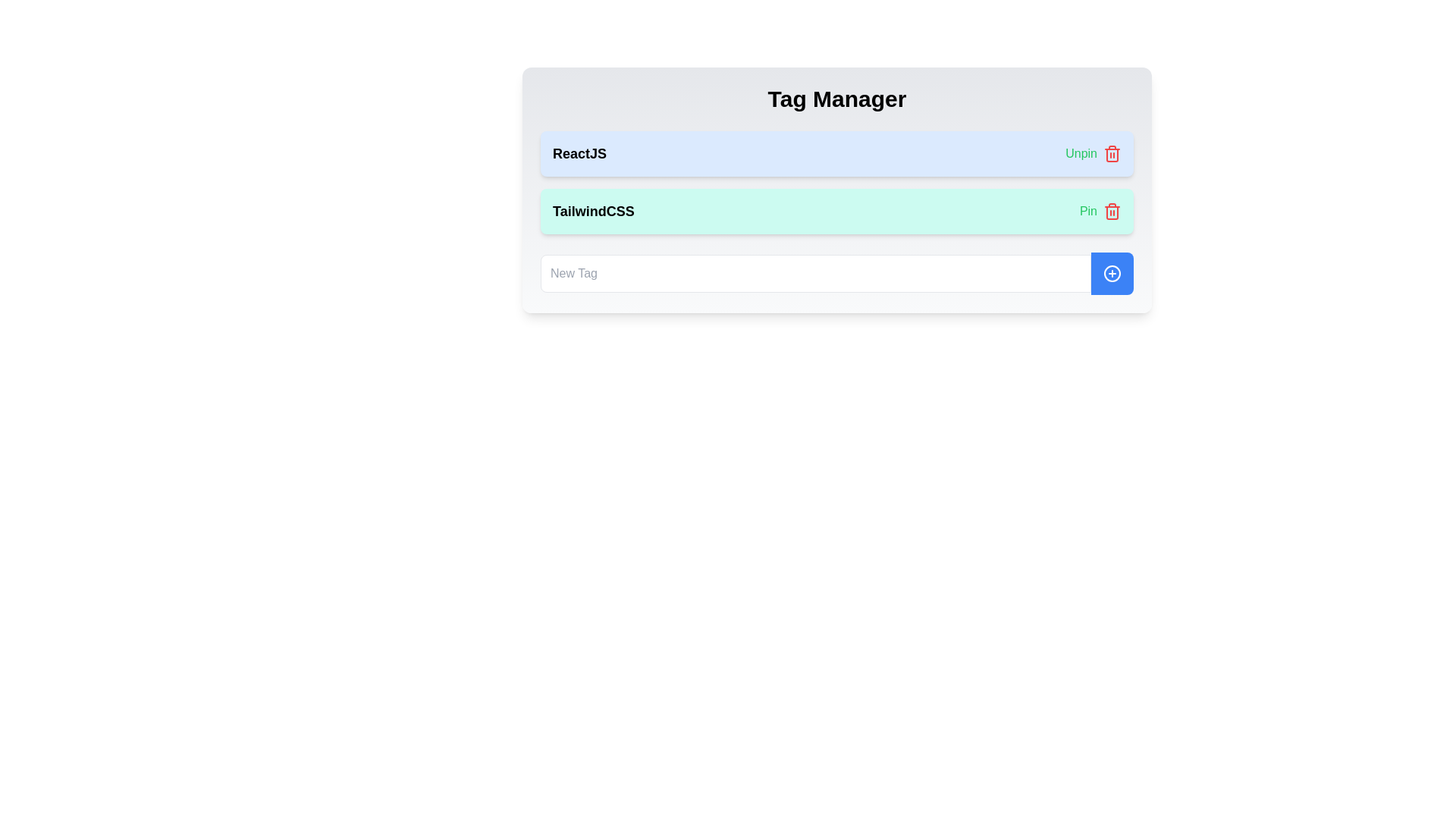 This screenshot has height=819, width=1456. Describe the element at coordinates (1112, 211) in the screenshot. I see `the delete Icon button located on the right side of the second row in the list, aligned with the green 'Pin' button` at that location.